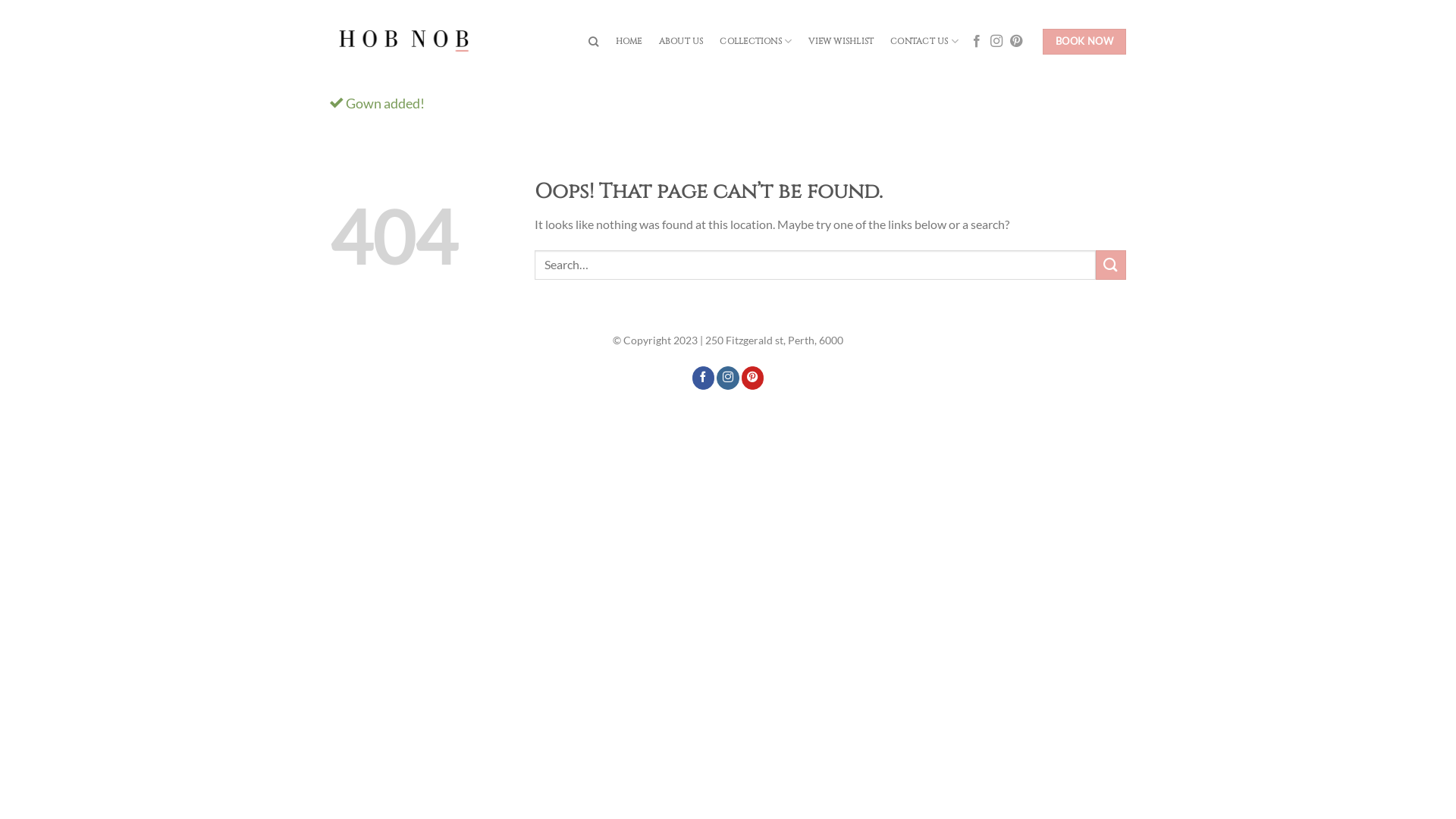  I want to click on 'HOME', so click(629, 40).